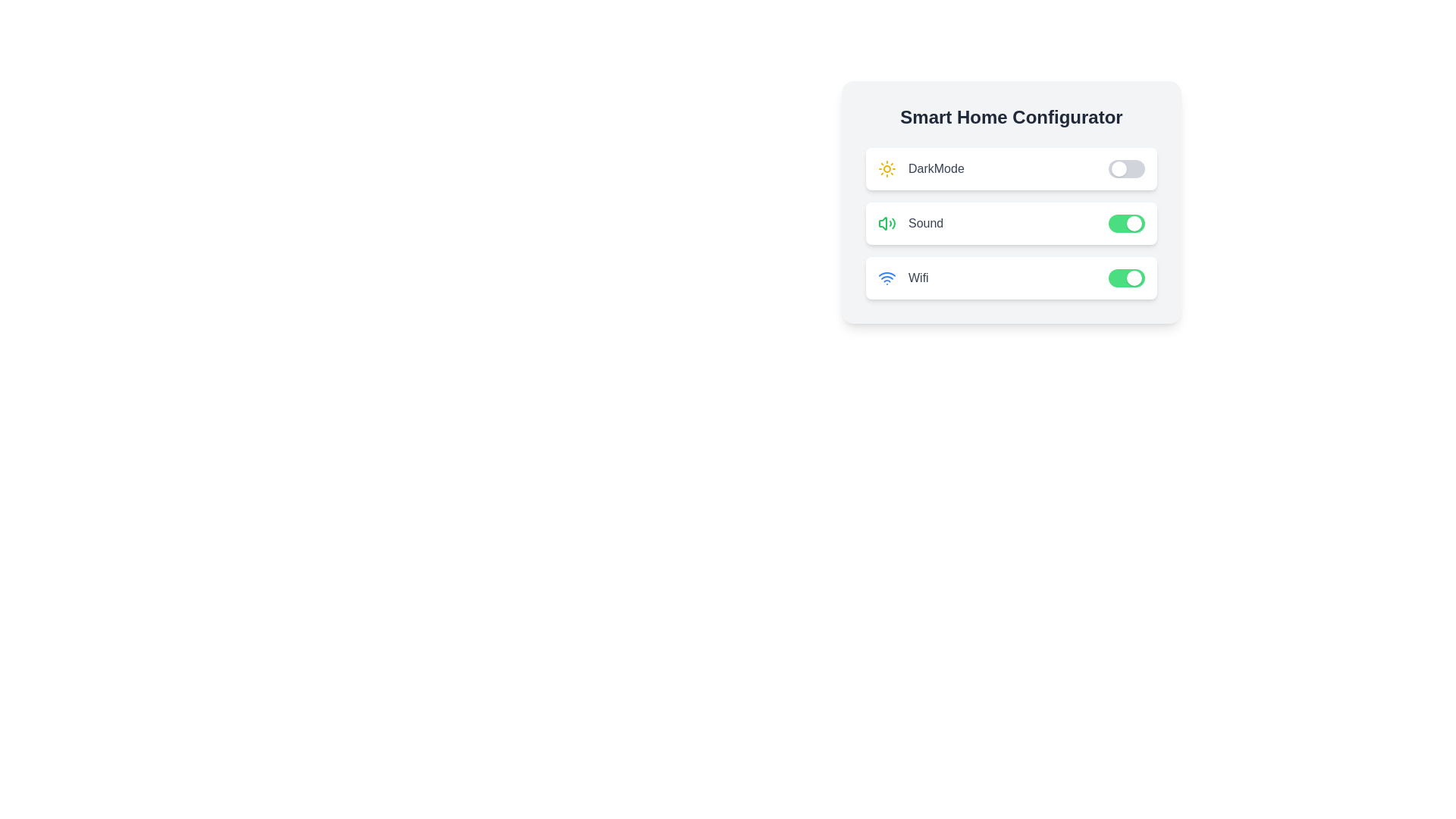 The image size is (1456, 819). I want to click on the 'darkMode' label element, which is styled with medium font weight, gray color, and is situated in the first row of a vertical list within a Smart Home Configurator card interface, adjacent to a sun icon and a toggle switch, so click(935, 169).